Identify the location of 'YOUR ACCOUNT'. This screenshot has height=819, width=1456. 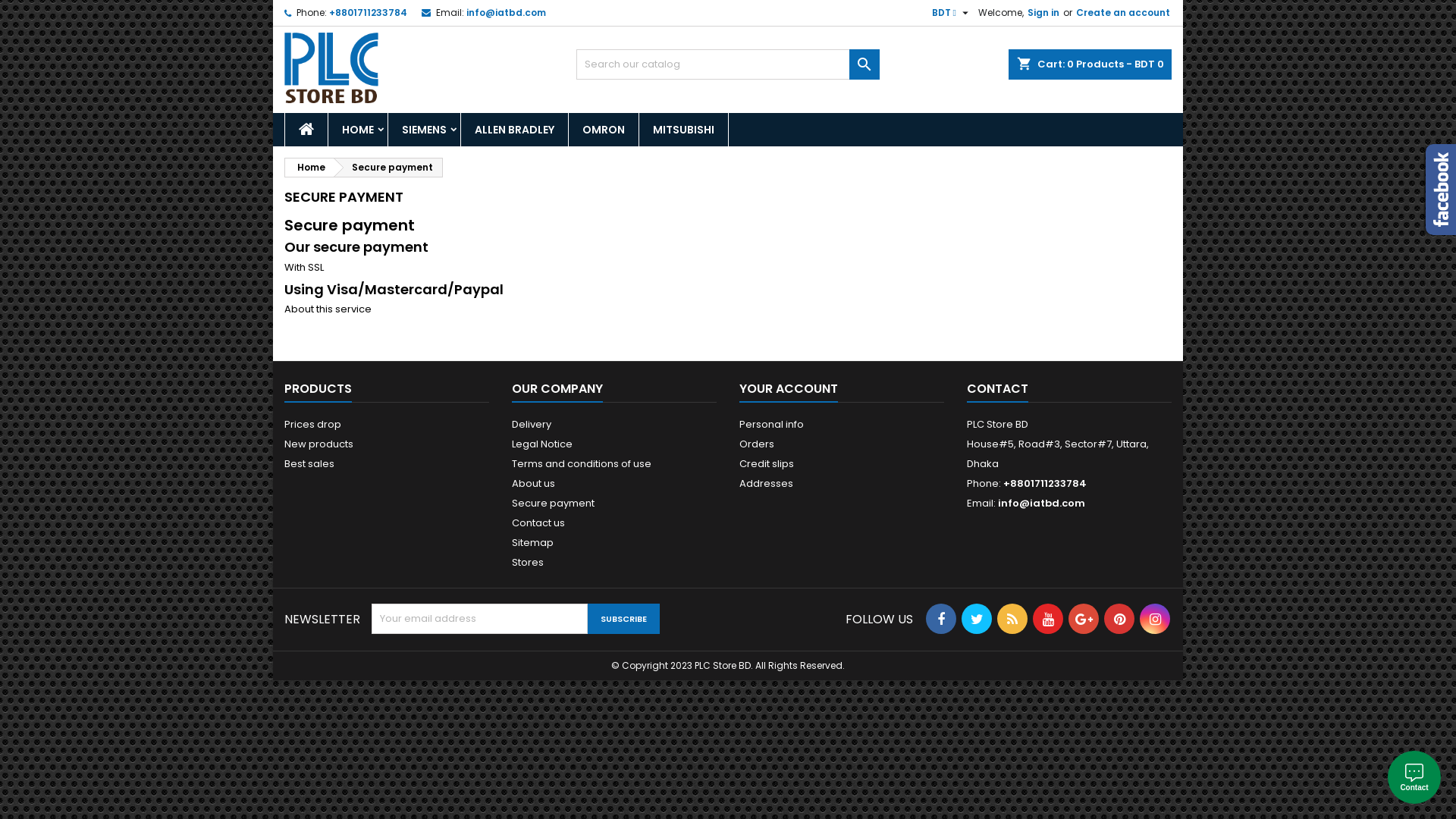
(739, 388).